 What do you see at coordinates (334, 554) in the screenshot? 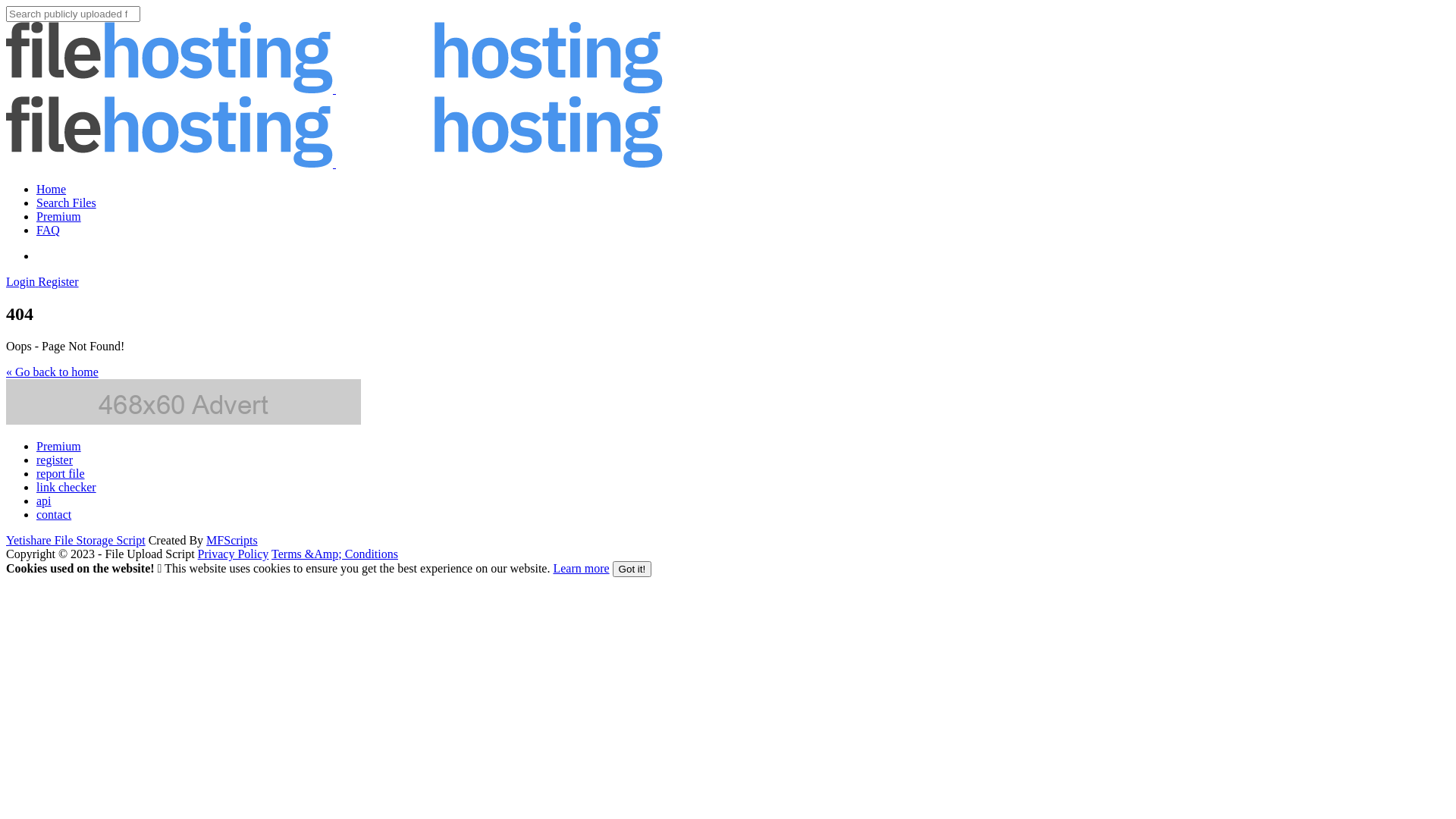
I see `'Terms &Amp; Conditions'` at bounding box center [334, 554].